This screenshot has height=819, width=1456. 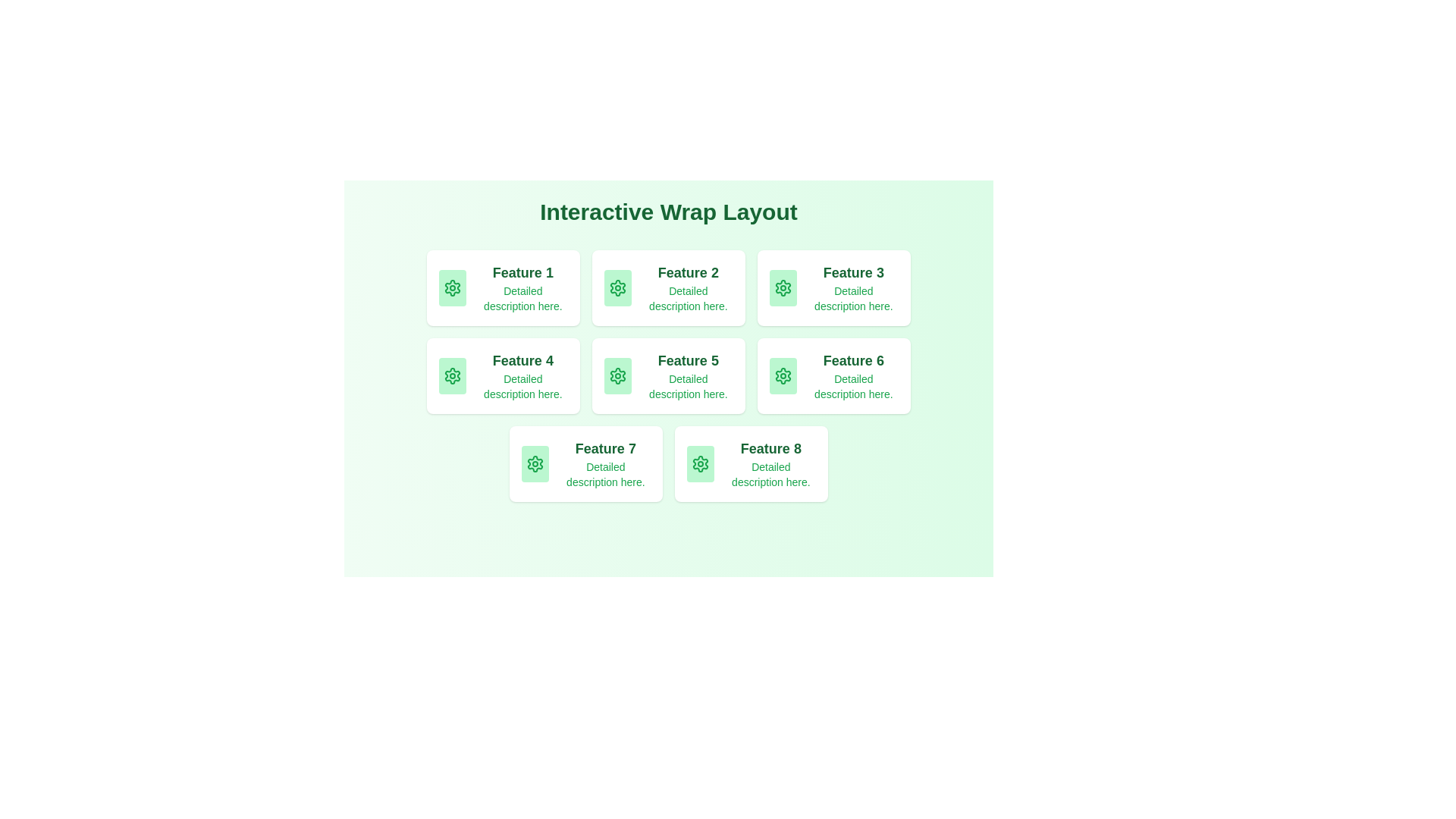 I want to click on the Text label located in the top-right section of the grid layout, which serves as a title for the feature and is positioned above the descriptive text, so click(x=853, y=271).